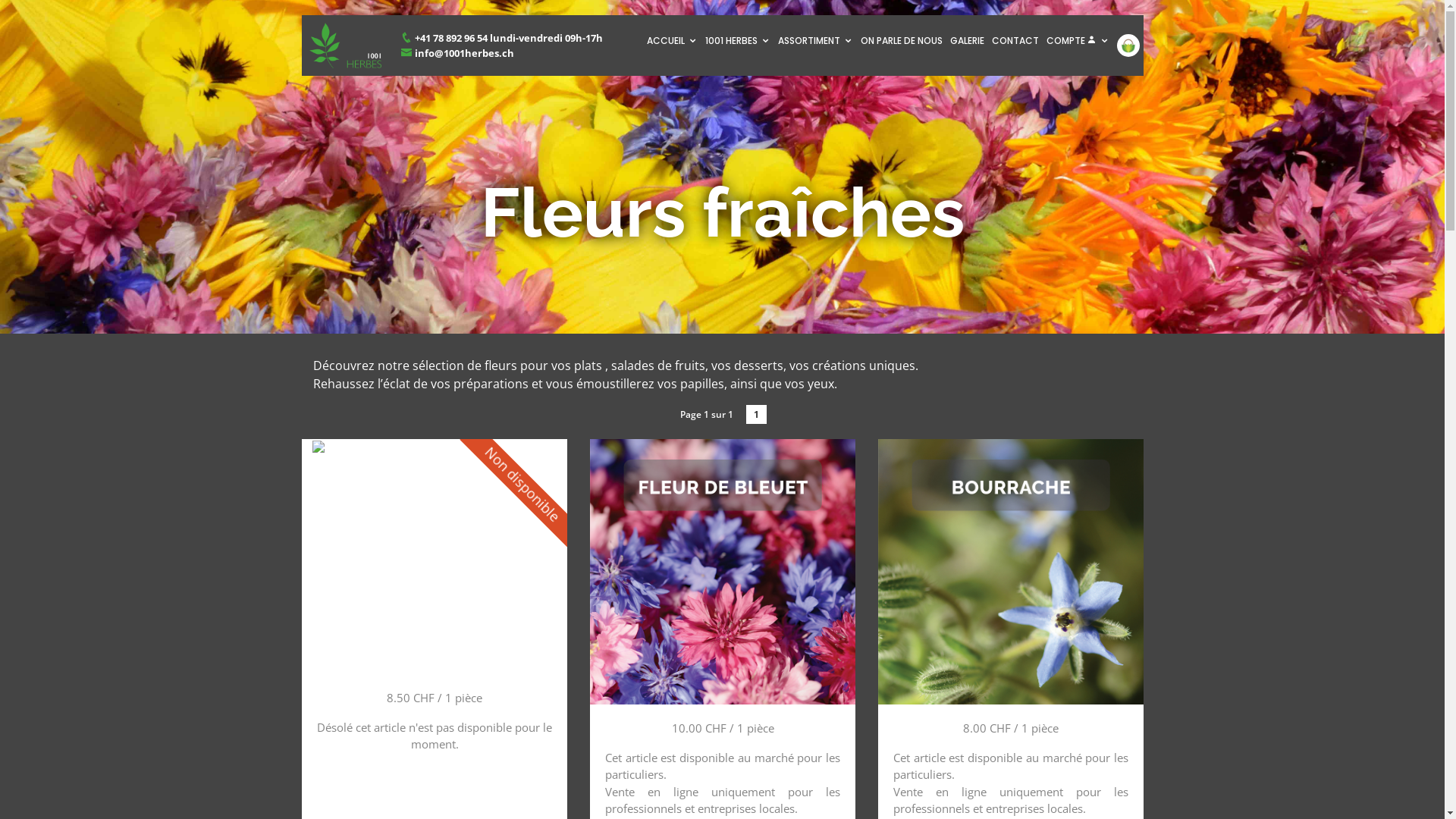  Describe the element at coordinates (671, 40) in the screenshot. I see `'ACCUEIL'` at that location.